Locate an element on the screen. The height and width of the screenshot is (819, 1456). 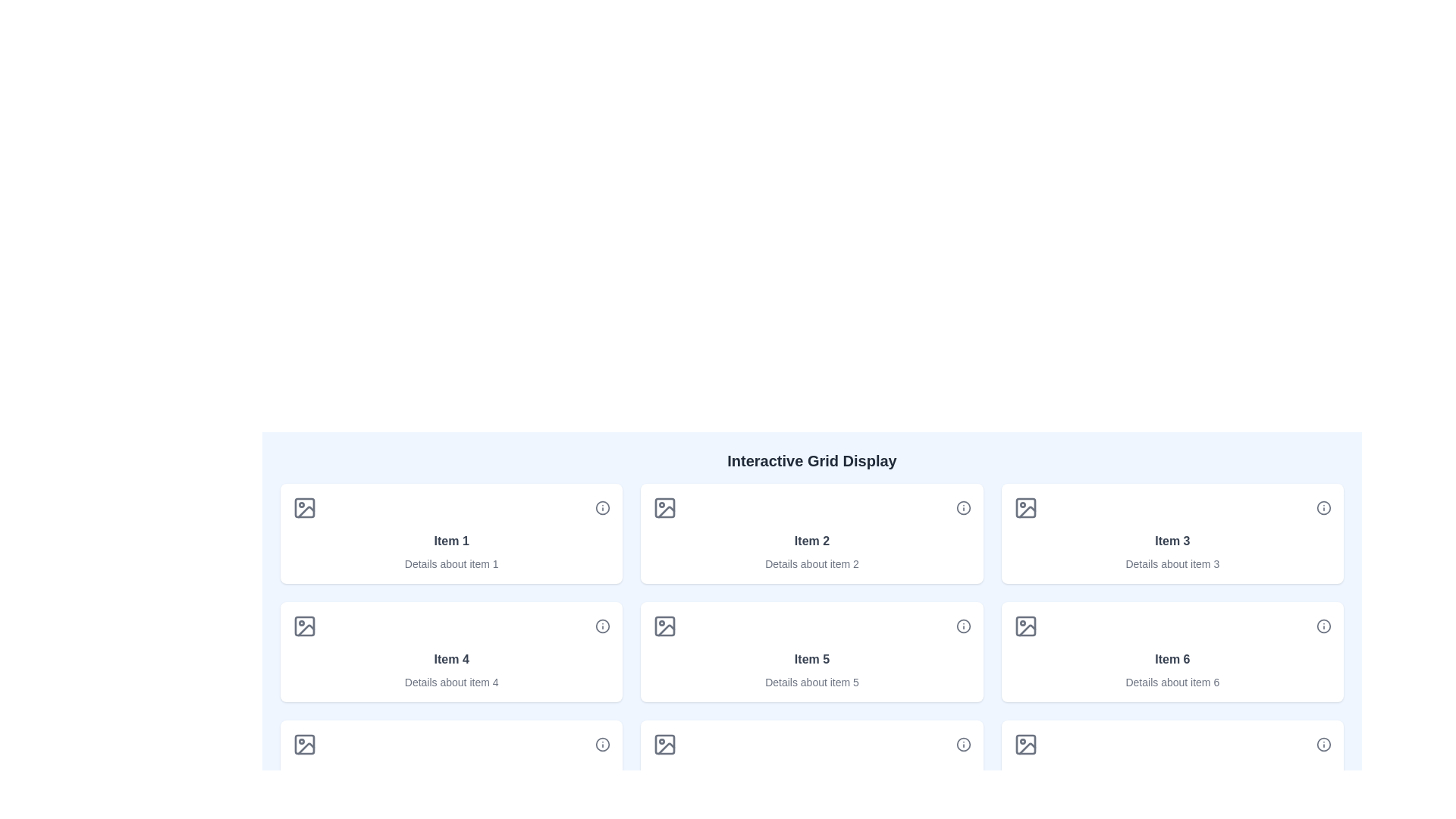
the descriptive text content located in the second row, third column of the grid layout is located at coordinates (1172, 669).